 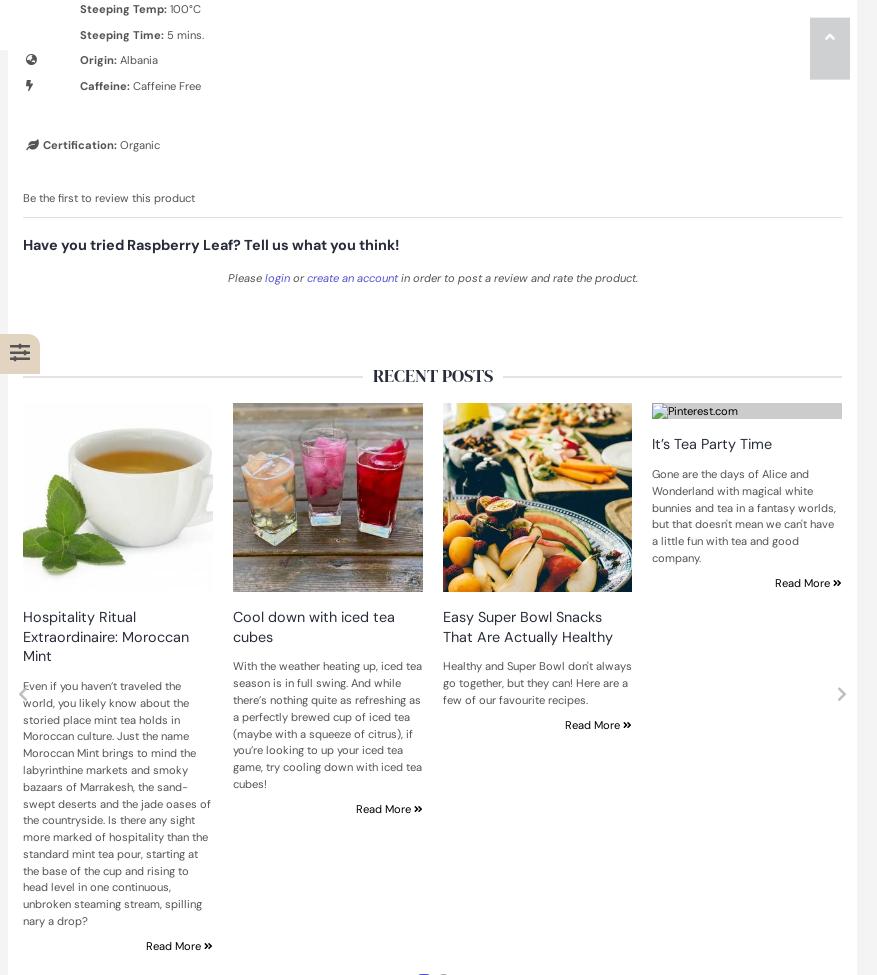 What do you see at coordinates (515, 277) in the screenshot?
I see `'in order to post a review and rate the product.'` at bounding box center [515, 277].